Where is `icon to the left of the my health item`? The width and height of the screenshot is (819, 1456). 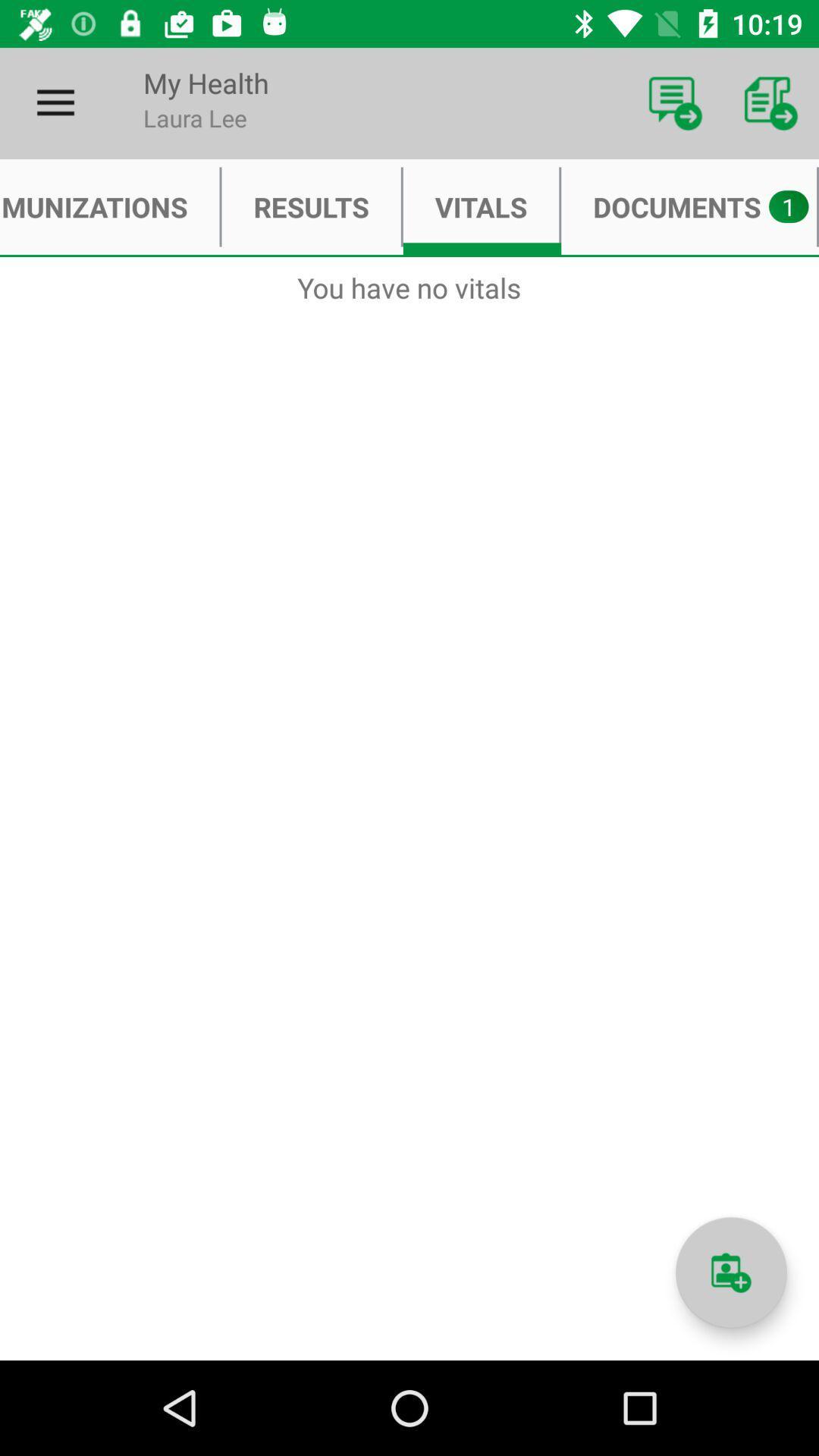
icon to the left of the my health item is located at coordinates (55, 102).